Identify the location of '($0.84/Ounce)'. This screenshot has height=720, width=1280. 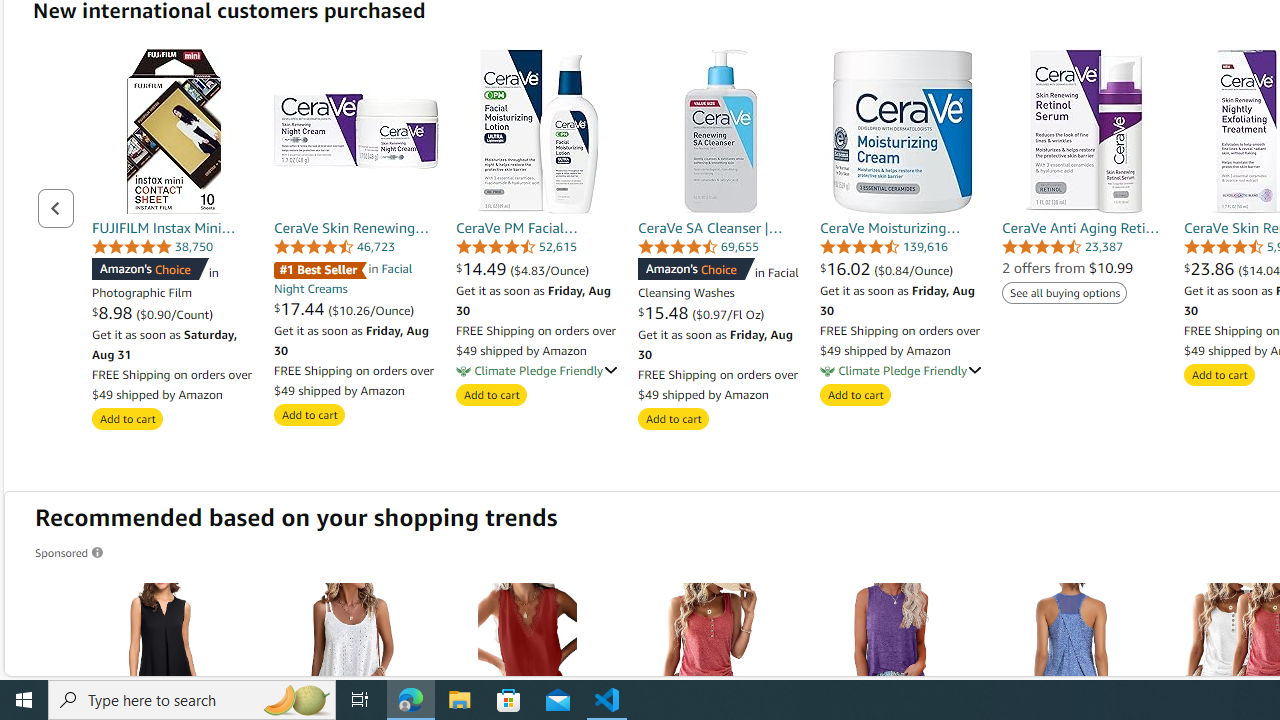
(912, 270).